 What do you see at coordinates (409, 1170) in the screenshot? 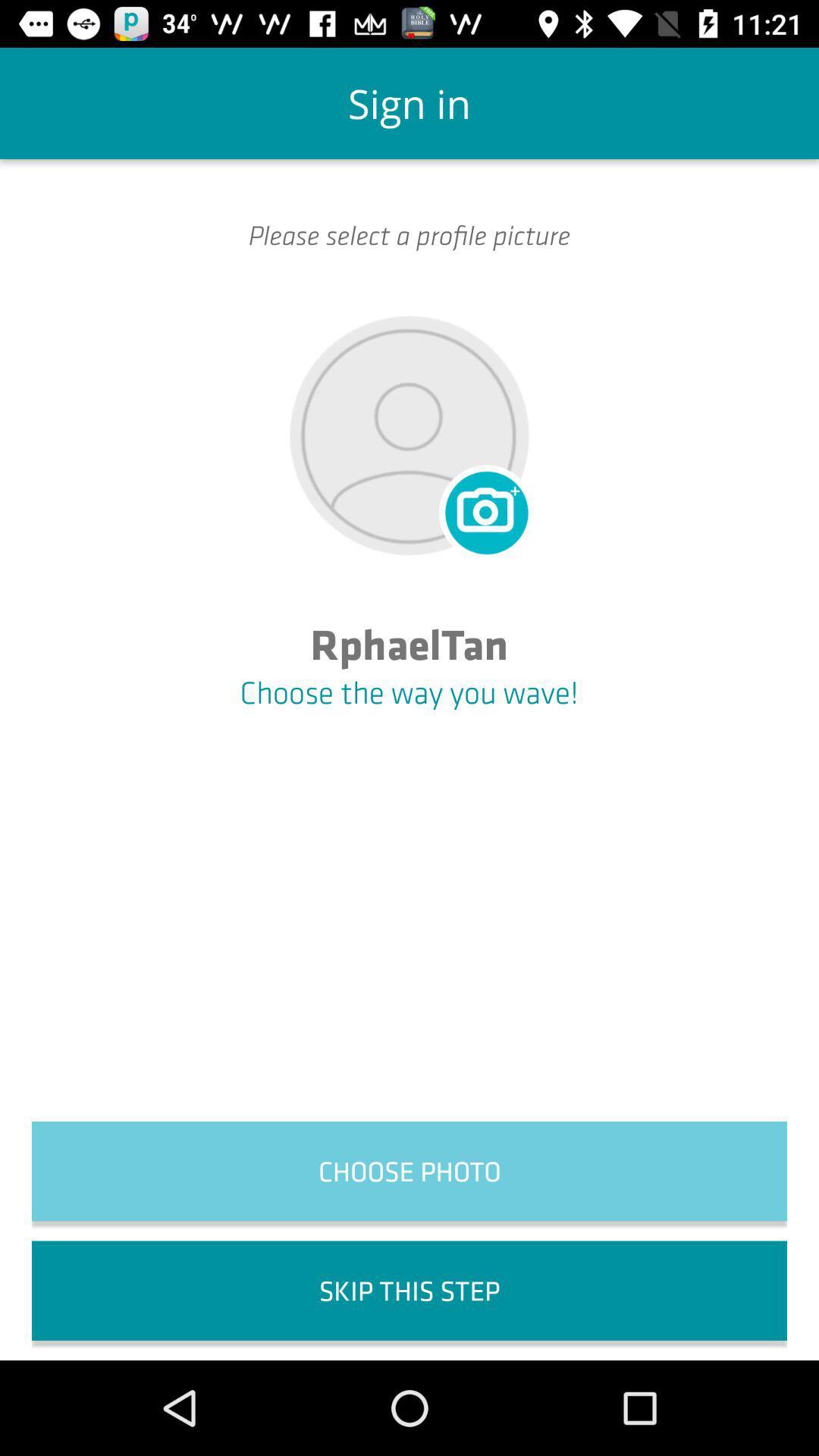
I see `the icon below choose the way icon` at bounding box center [409, 1170].